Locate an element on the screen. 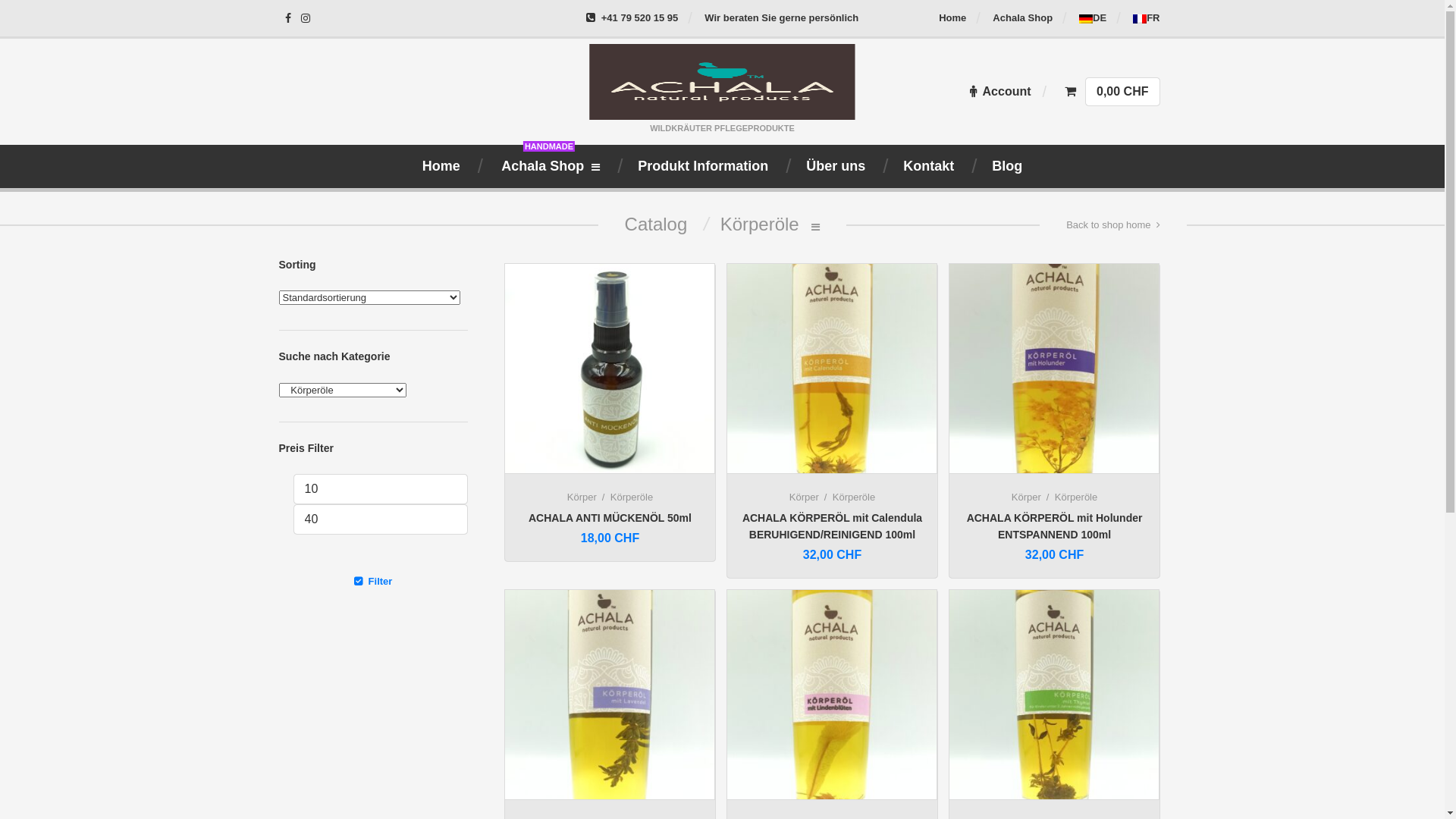 The width and height of the screenshot is (1456, 819). 'Back to shop home' is located at coordinates (1112, 225).